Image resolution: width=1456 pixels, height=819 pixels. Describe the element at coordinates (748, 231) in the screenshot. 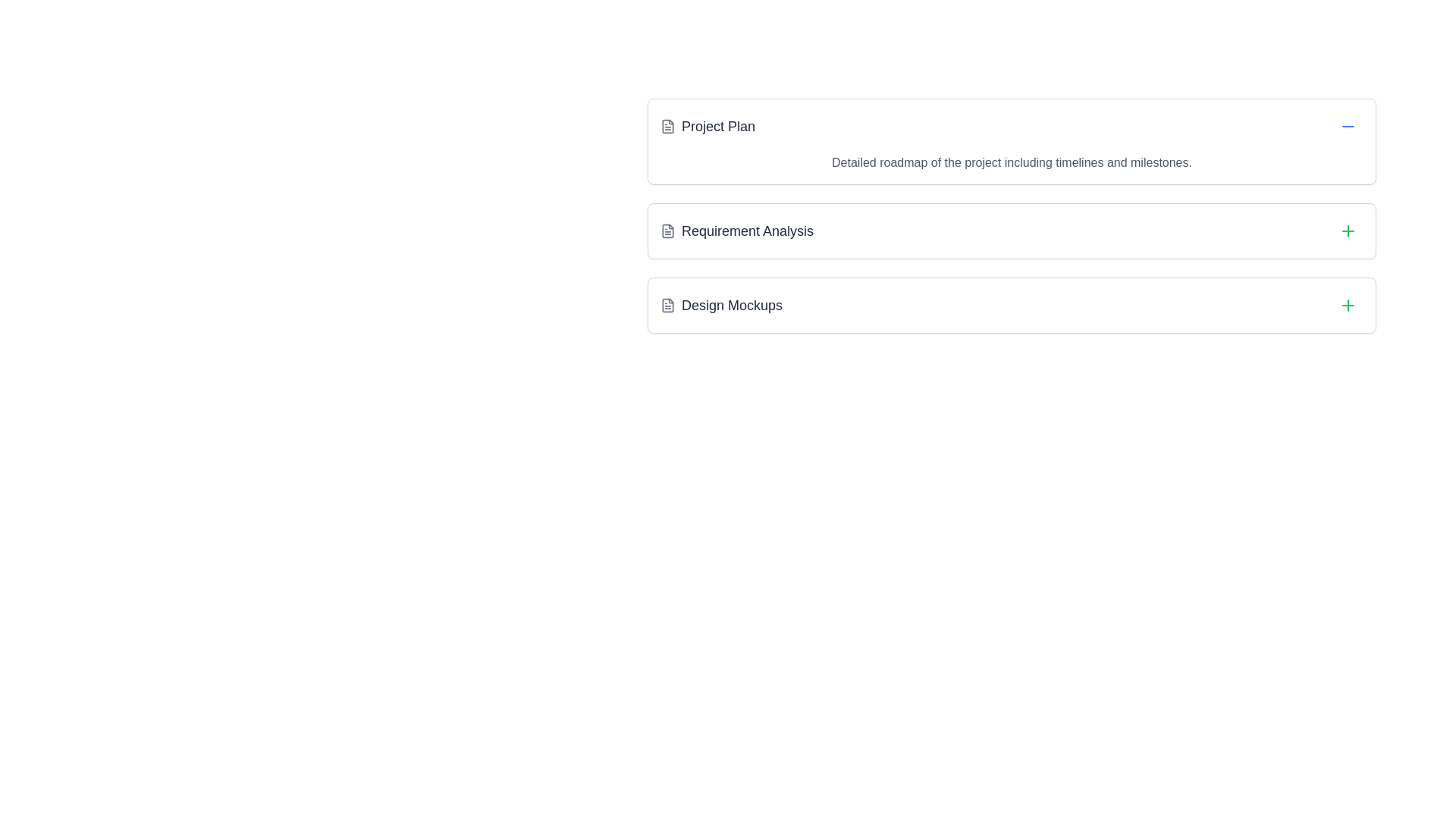

I see `the text label 'Requirement Analysis'` at that location.